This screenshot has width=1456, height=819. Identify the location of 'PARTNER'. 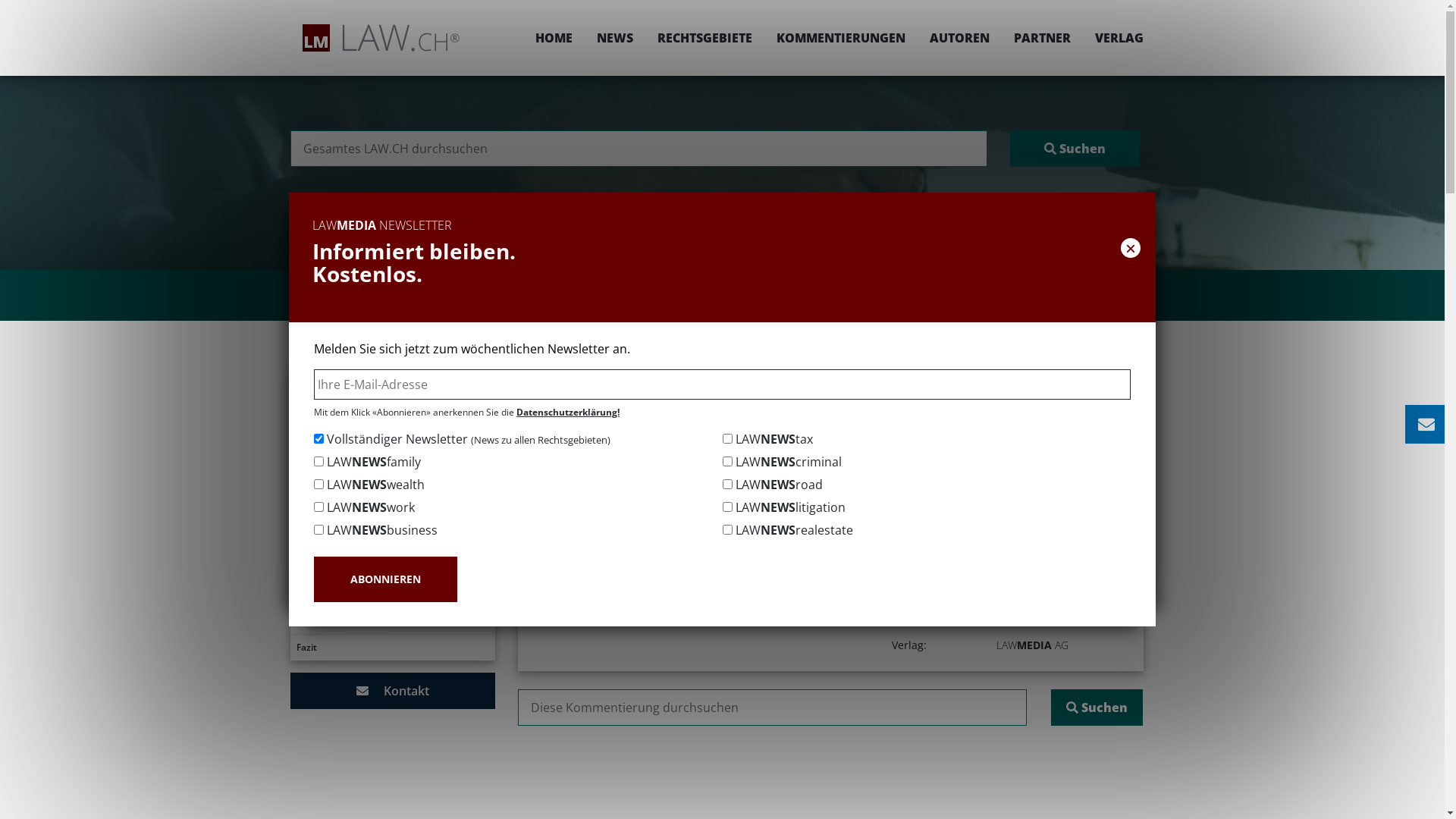
(1001, 37).